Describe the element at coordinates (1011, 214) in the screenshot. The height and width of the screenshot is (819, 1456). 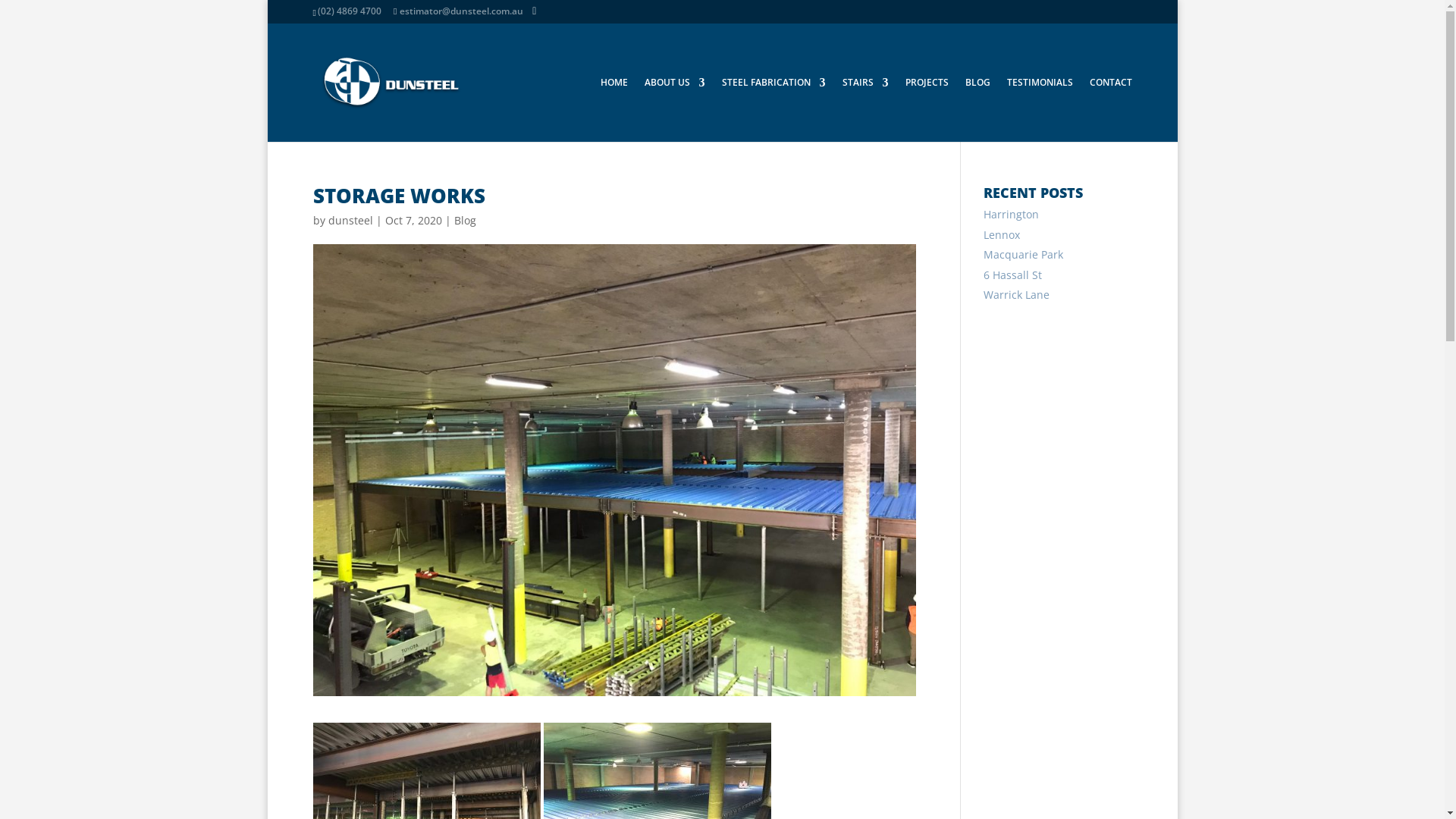
I see `'Harrington'` at that location.